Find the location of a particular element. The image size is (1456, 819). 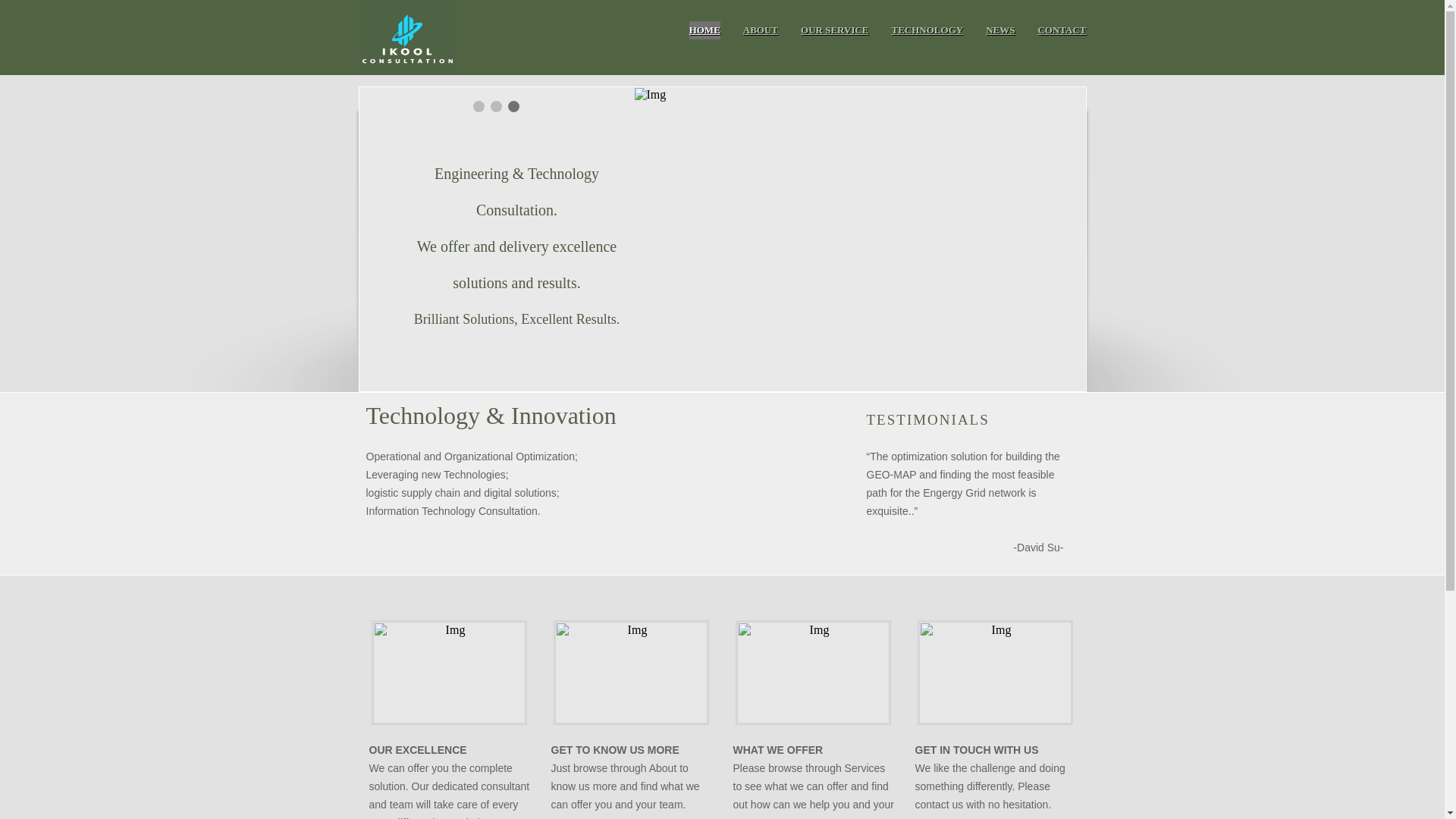

'NEWS' is located at coordinates (1000, 30).